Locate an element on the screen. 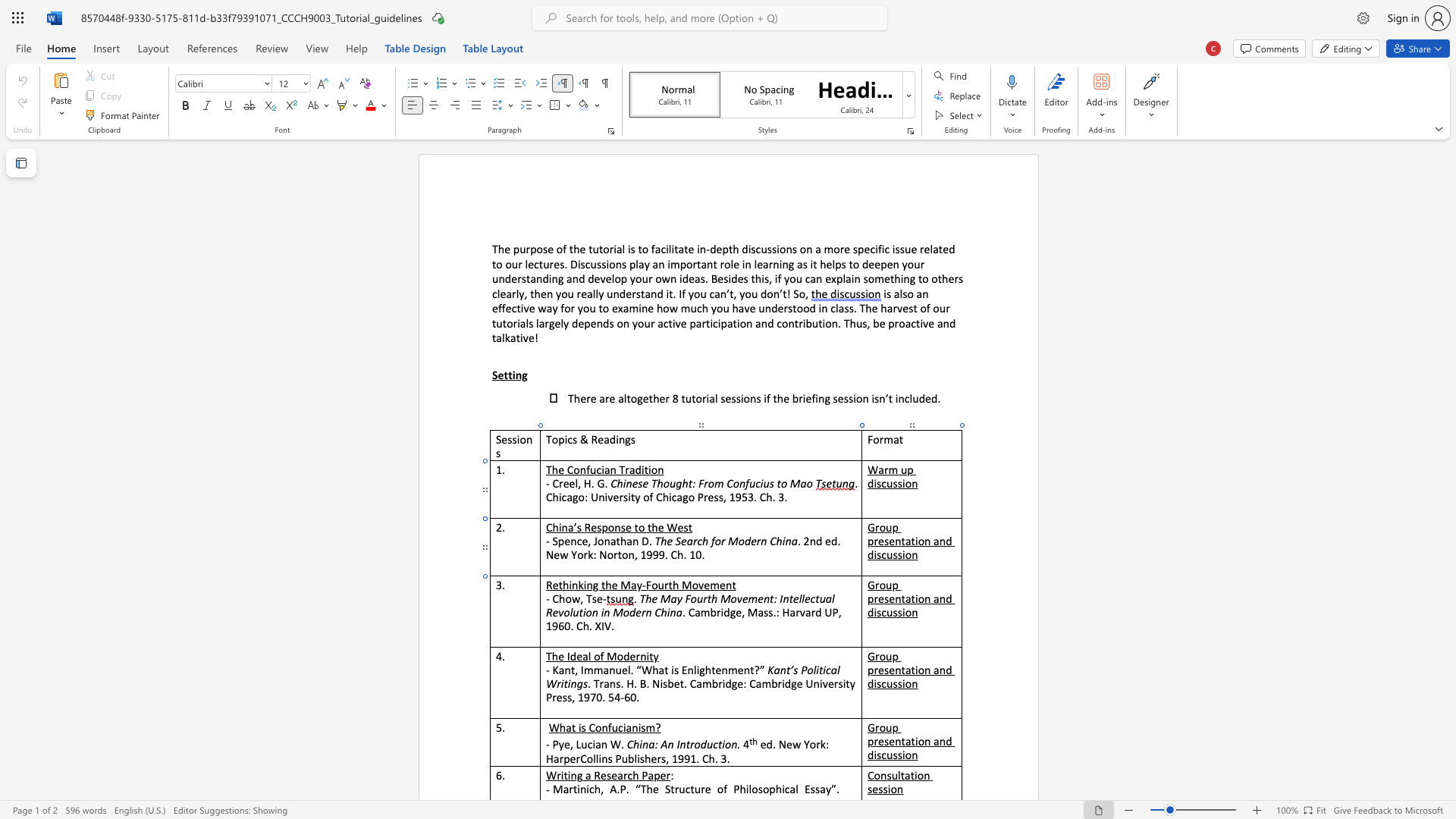 This screenshot has width=1456, height=819. the 1th character "w" in the text is located at coordinates (575, 598).